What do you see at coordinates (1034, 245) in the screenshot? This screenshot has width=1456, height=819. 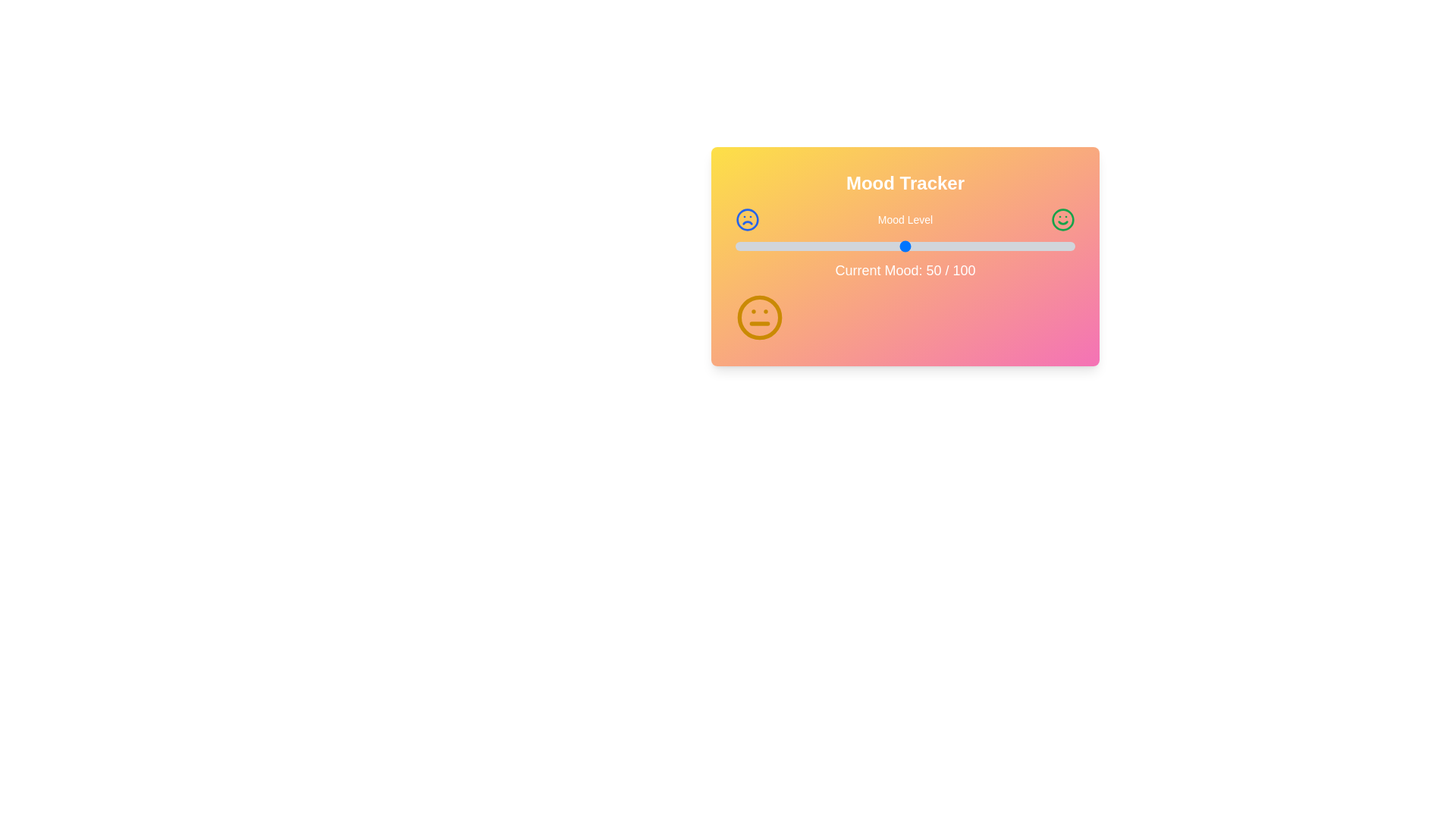 I see `the mood level slider to 88 where mood_level is a percentage between 0 and 100` at bounding box center [1034, 245].